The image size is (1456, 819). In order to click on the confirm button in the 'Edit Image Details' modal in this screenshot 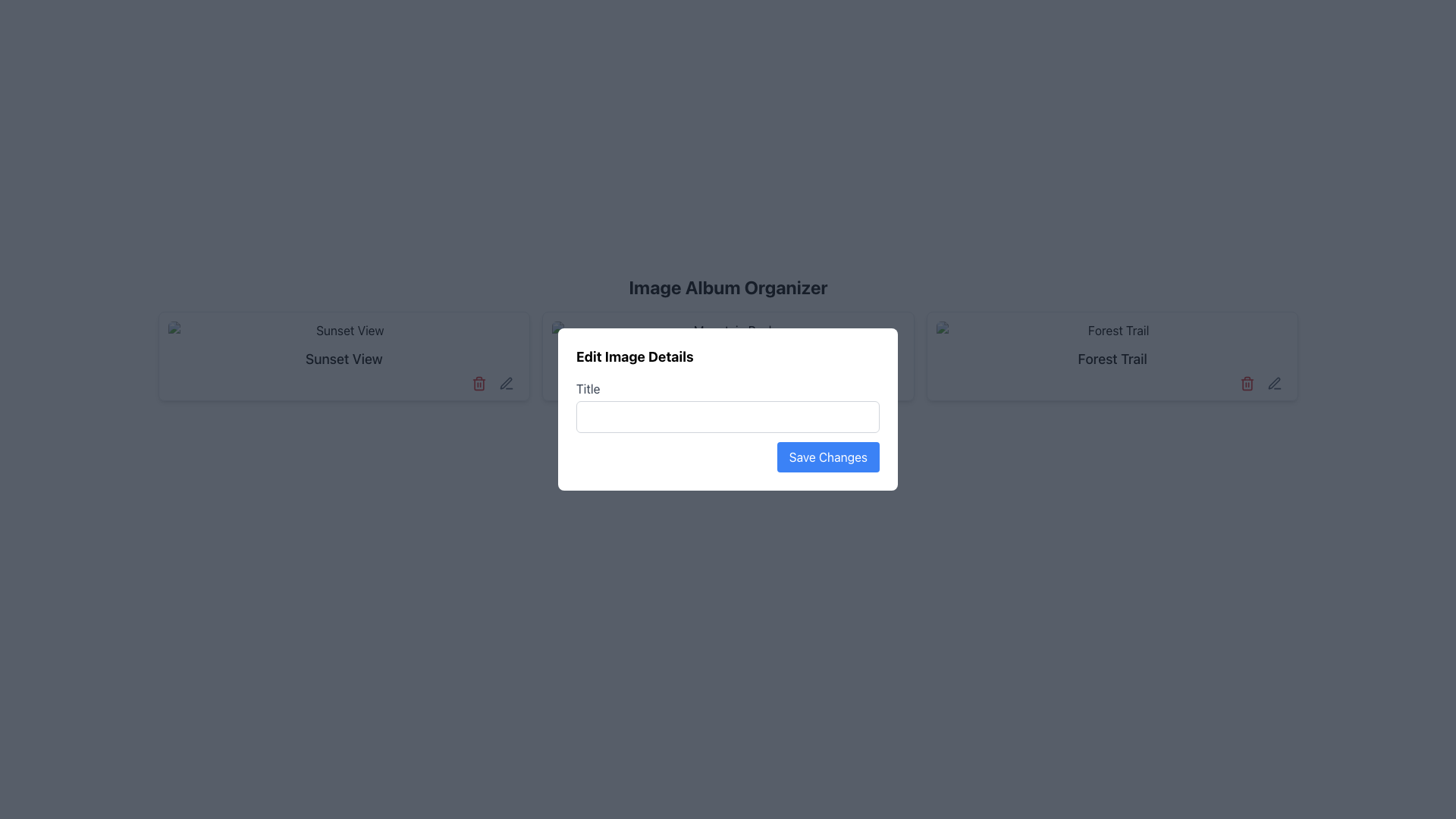, I will do `click(827, 456)`.